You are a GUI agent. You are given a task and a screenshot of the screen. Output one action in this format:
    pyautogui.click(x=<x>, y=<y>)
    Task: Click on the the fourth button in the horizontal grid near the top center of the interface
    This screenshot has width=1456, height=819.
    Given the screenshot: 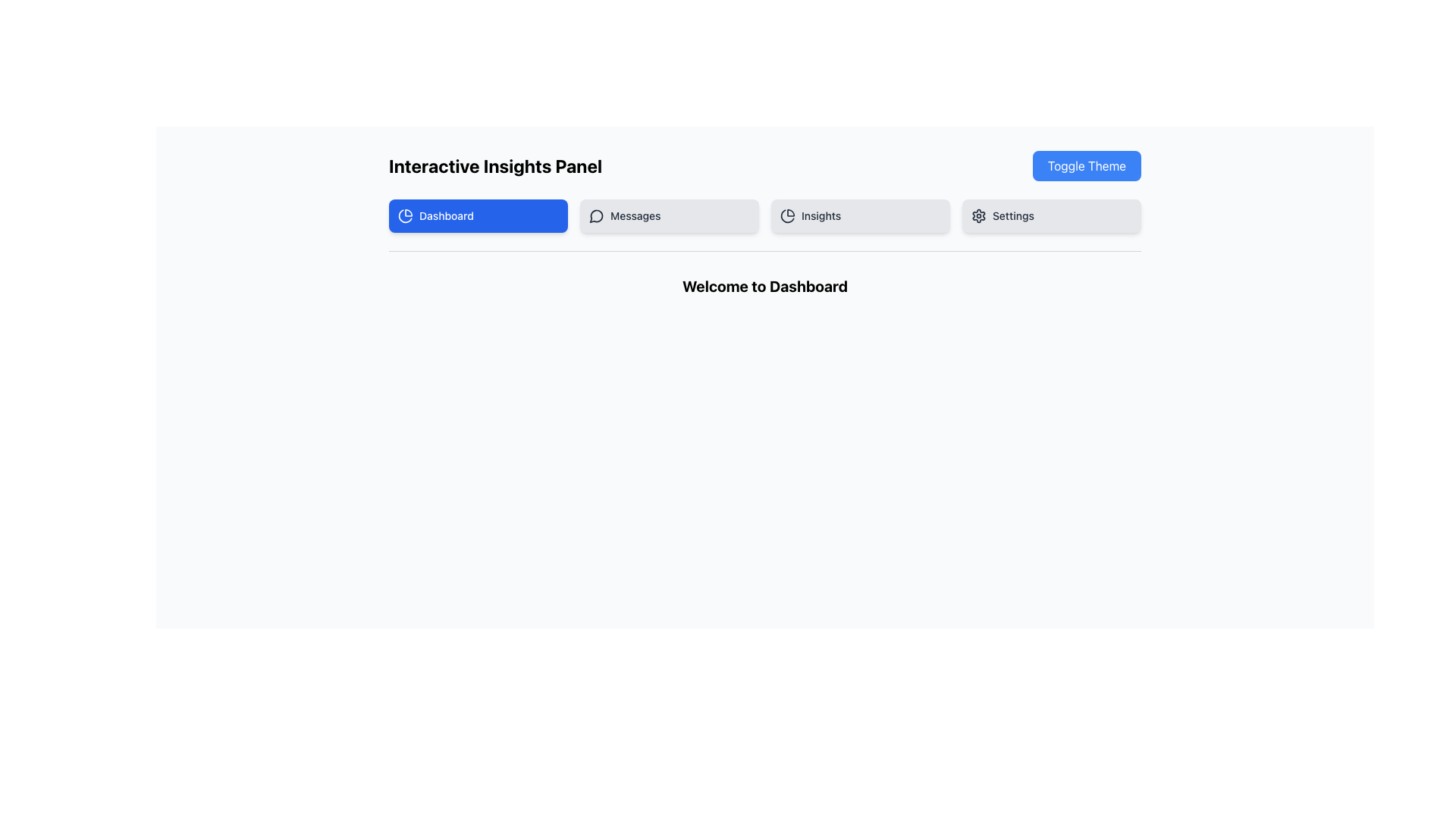 What is the action you would take?
    pyautogui.click(x=1051, y=216)
    